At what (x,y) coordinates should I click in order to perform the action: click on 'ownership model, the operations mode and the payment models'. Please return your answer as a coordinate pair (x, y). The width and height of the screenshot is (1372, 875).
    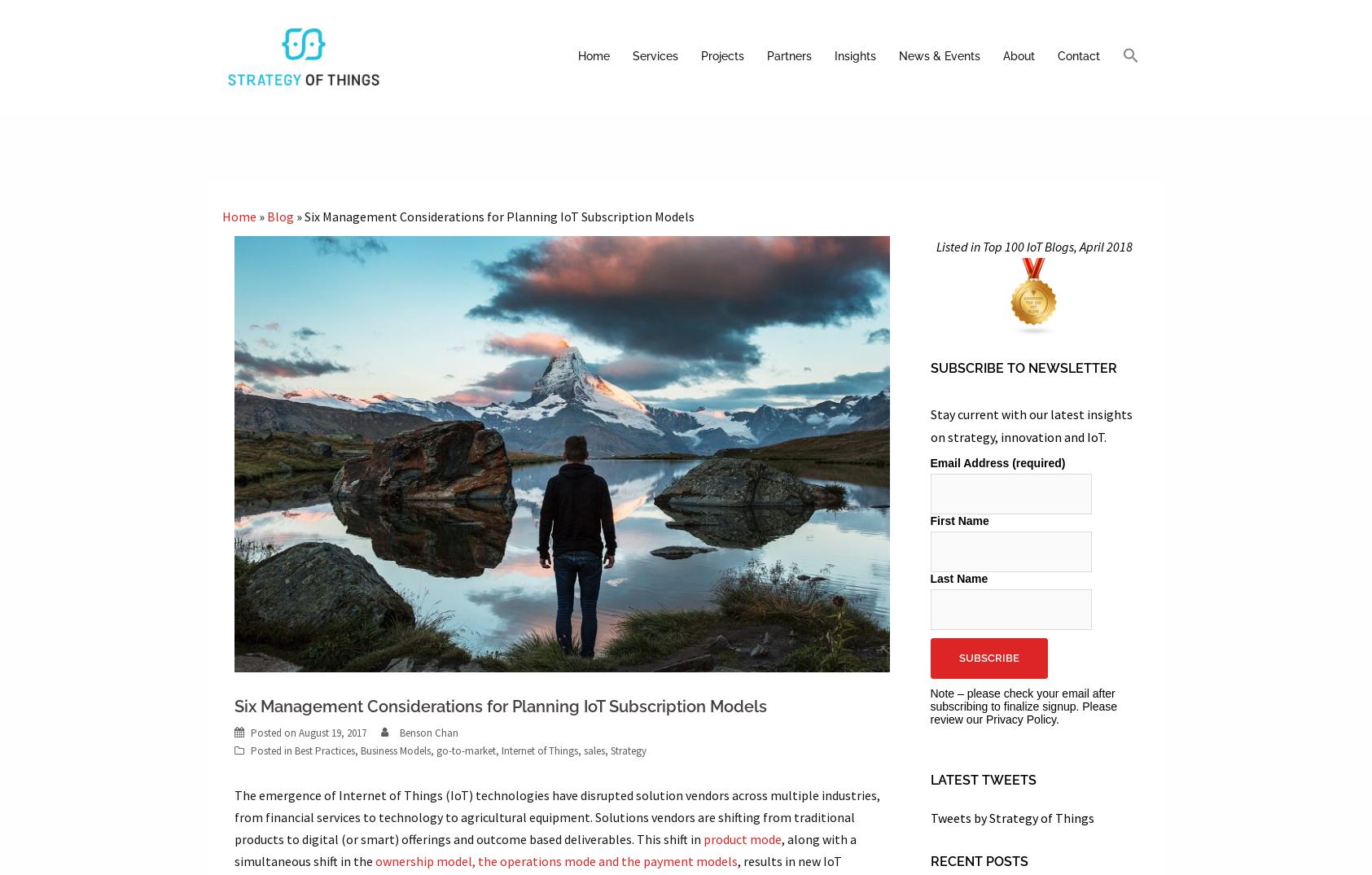
    Looking at the image, I should click on (554, 861).